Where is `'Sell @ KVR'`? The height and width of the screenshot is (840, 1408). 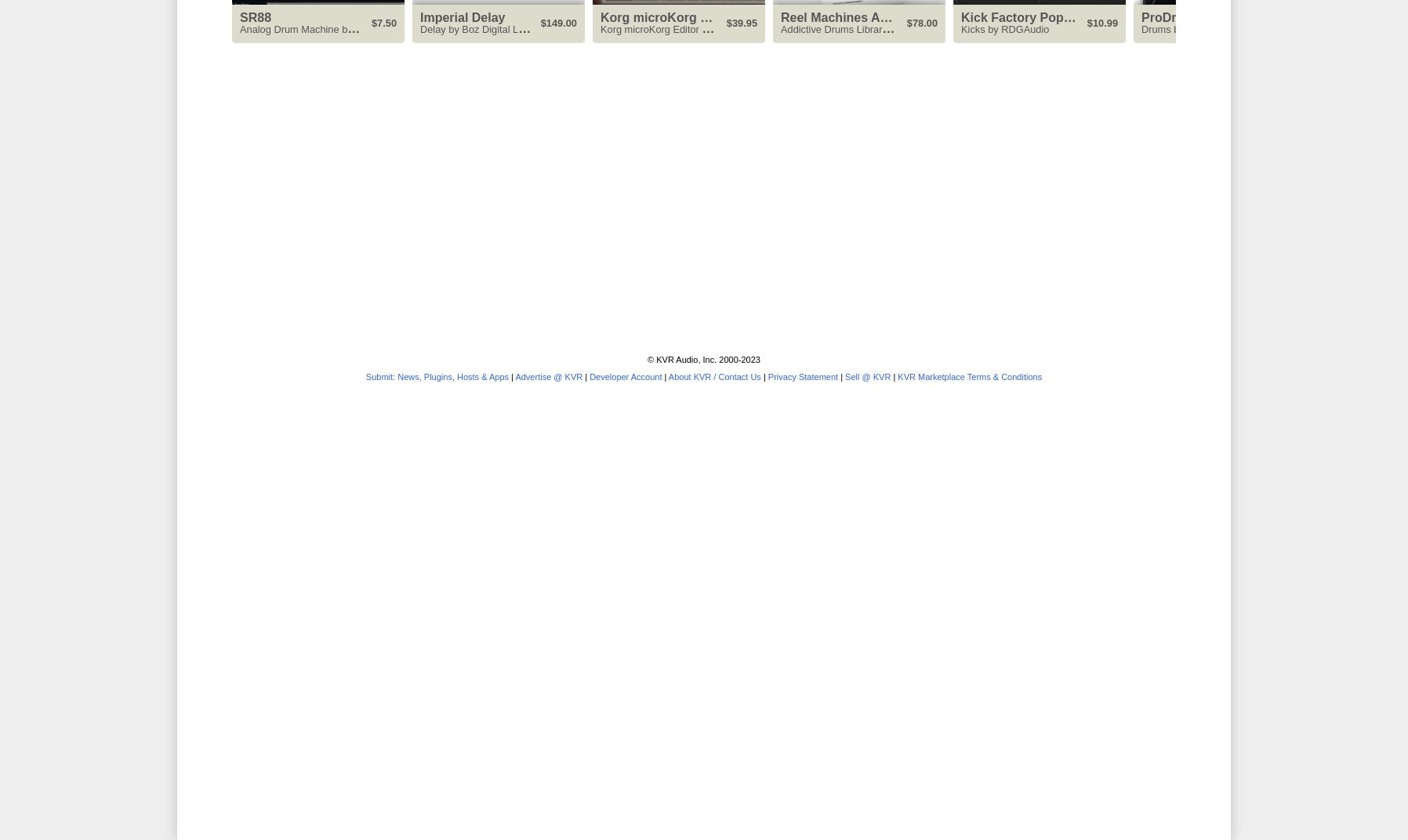
'Sell @ KVR' is located at coordinates (867, 376).